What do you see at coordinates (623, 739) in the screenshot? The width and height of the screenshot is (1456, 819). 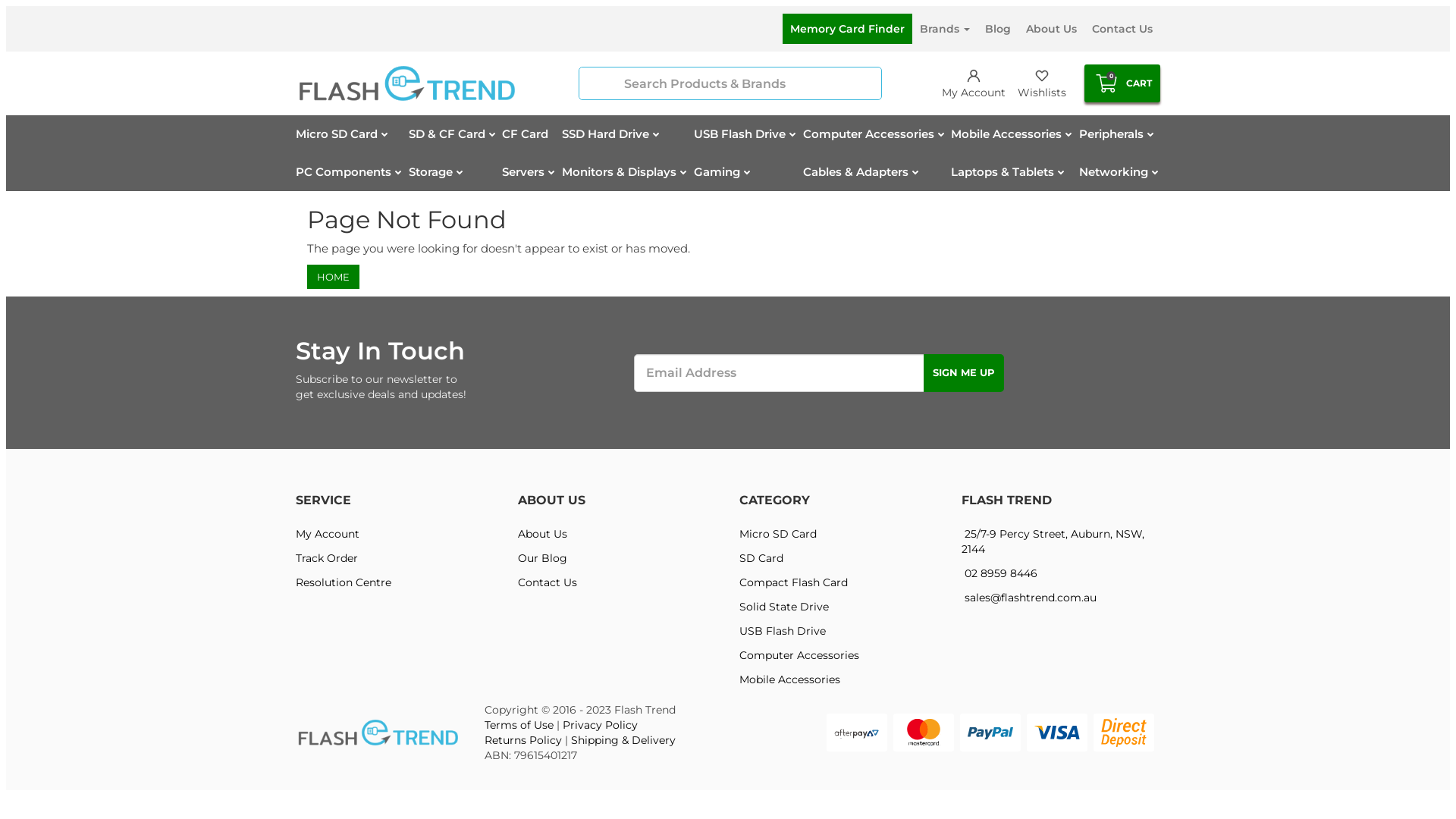 I see `'Shipping & Delivery'` at bounding box center [623, 739].